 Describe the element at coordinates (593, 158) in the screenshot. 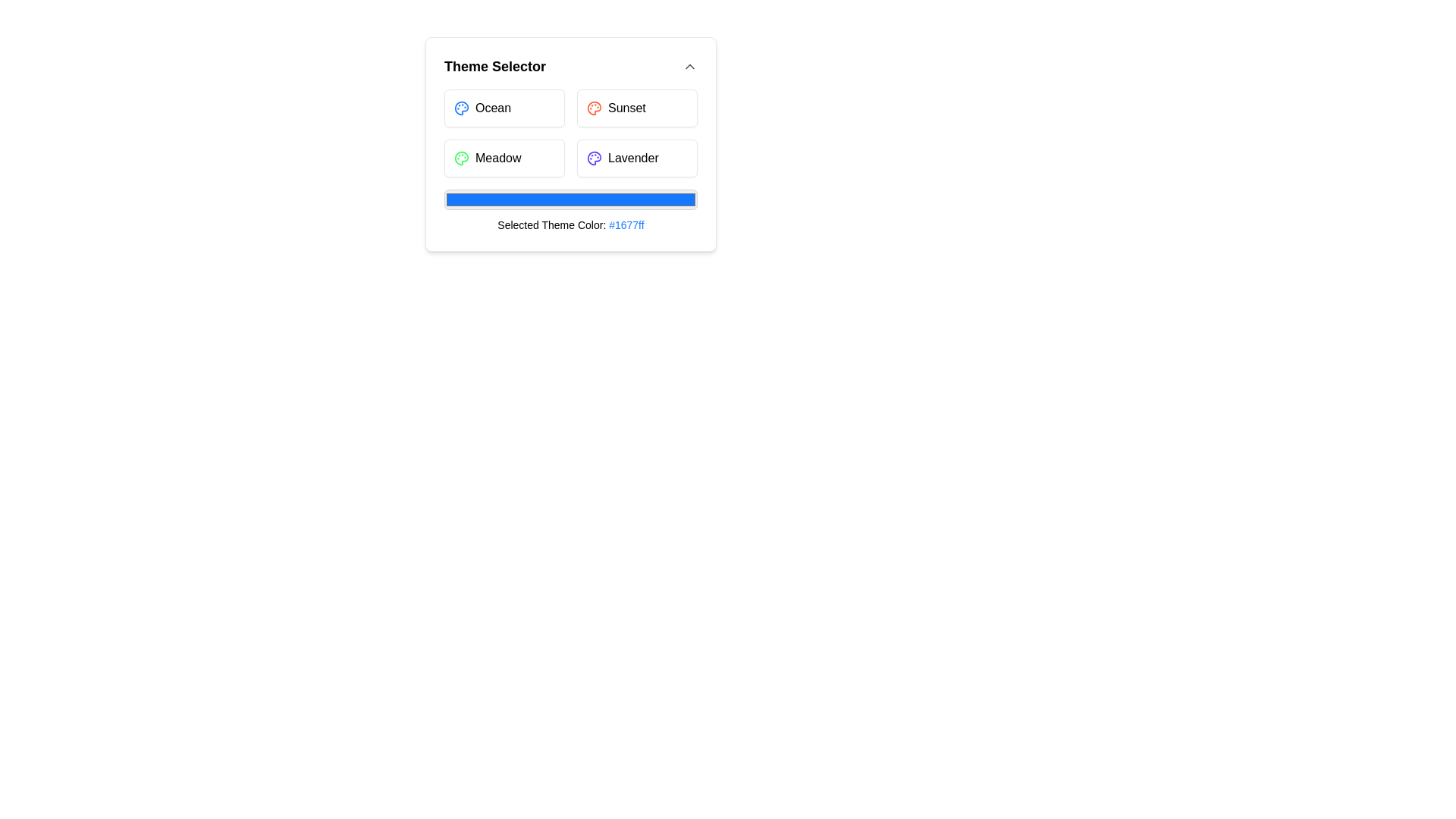

I see `the 'Lavender' theme palette icon, which is located in the bottom-right corner of the fourth button in the theme selector grid` at that location.